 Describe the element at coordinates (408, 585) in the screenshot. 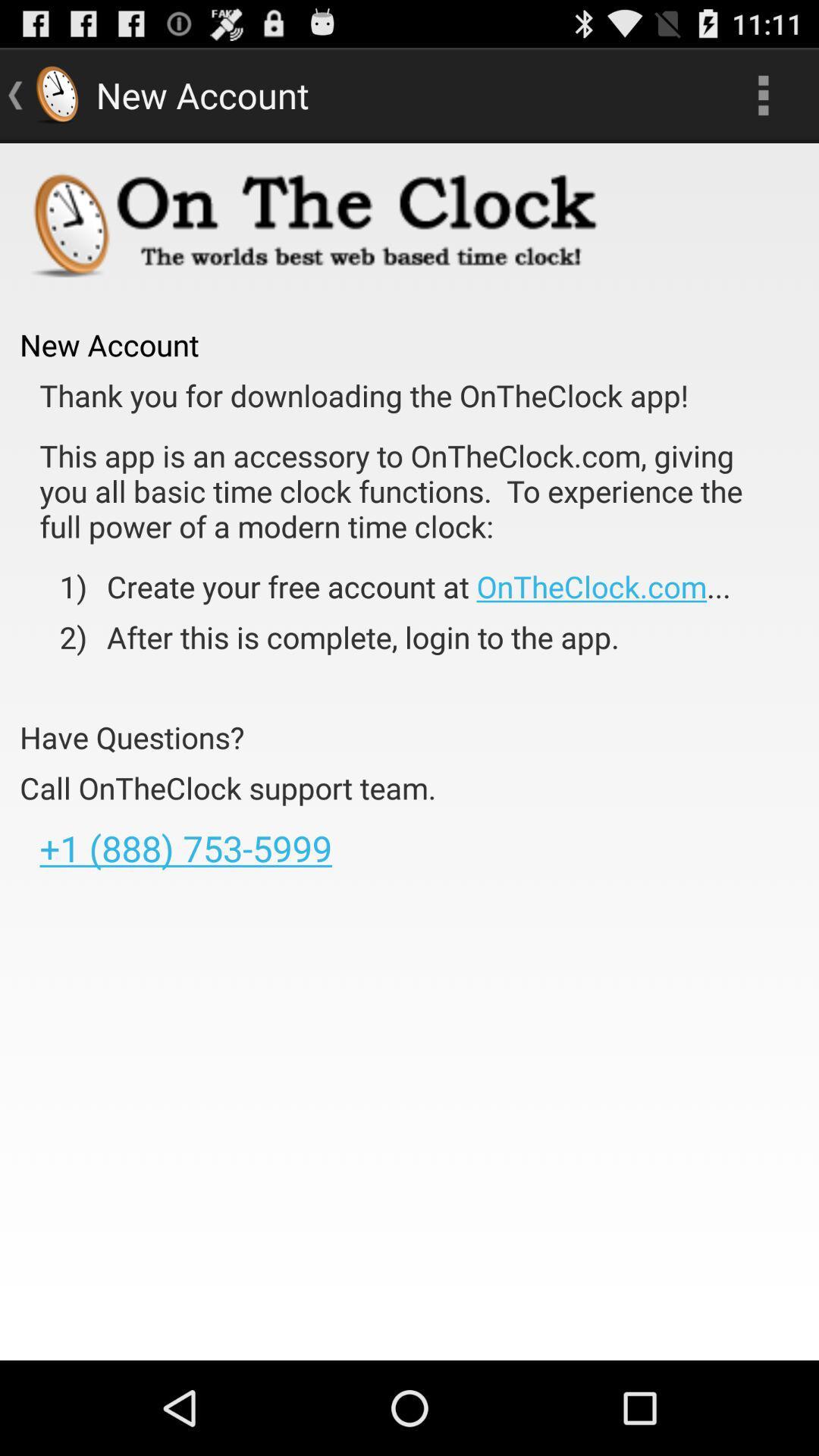

I see `the item to the right of the 1)` at that location.